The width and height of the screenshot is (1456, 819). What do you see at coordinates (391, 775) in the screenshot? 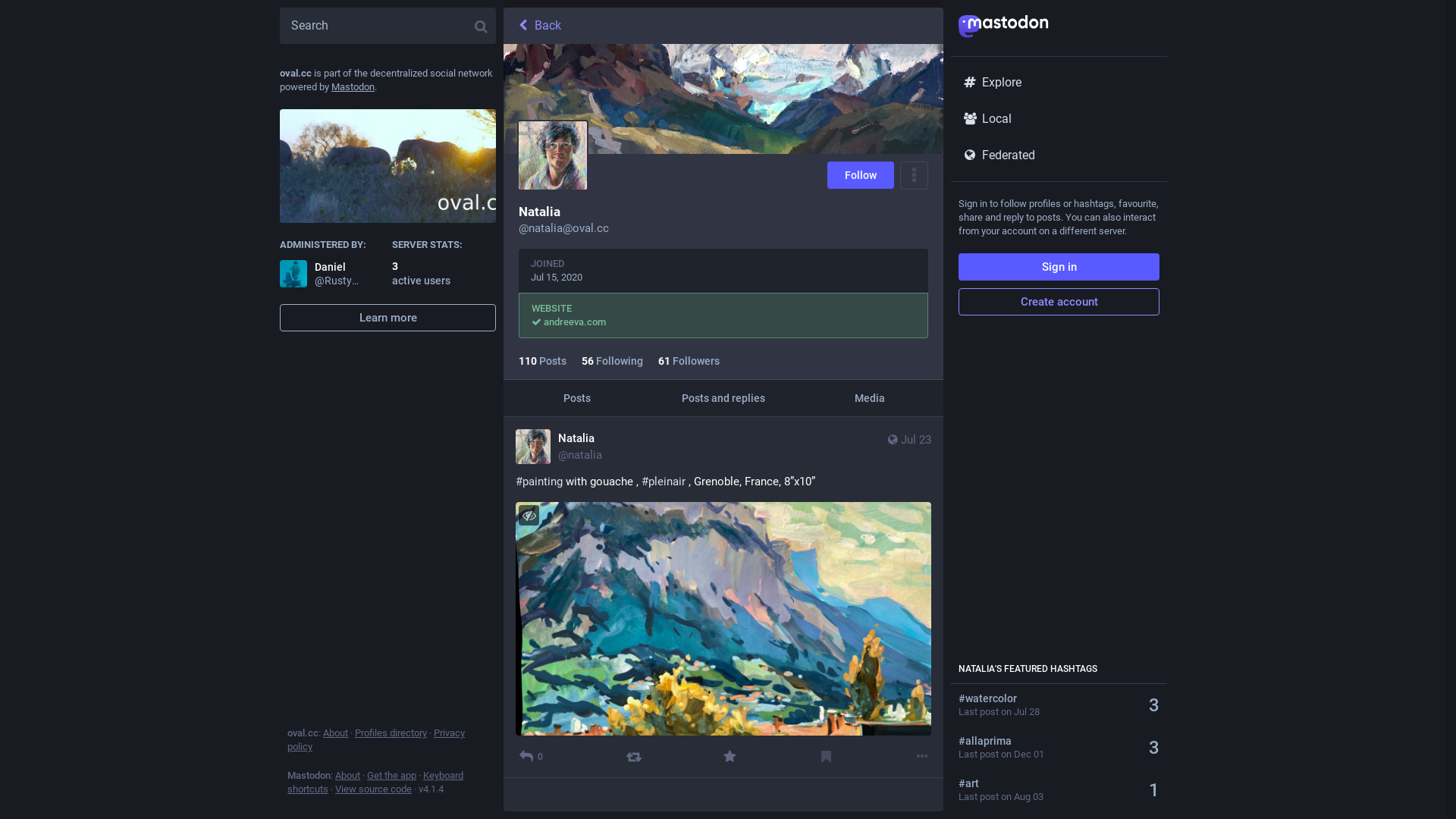
I see `'Get the app'` at bounding box center [391, 775].